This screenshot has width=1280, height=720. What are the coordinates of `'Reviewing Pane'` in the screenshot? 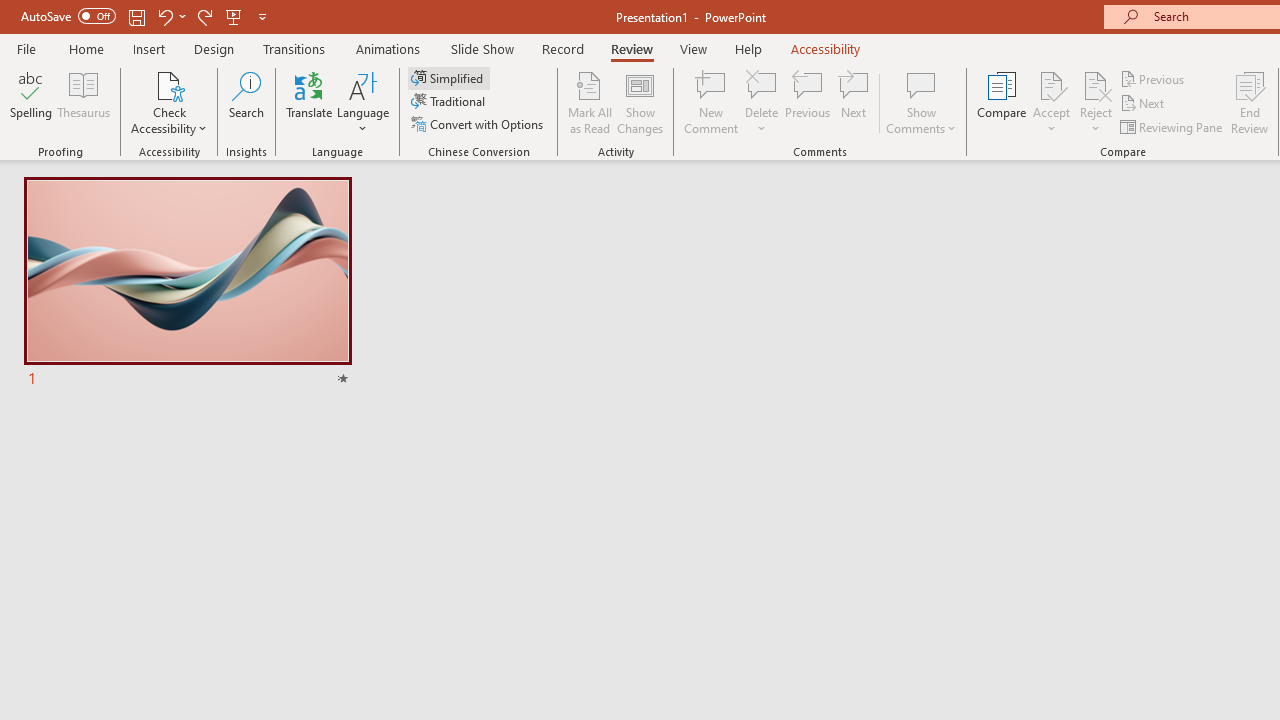 It's located at (1173, 127).